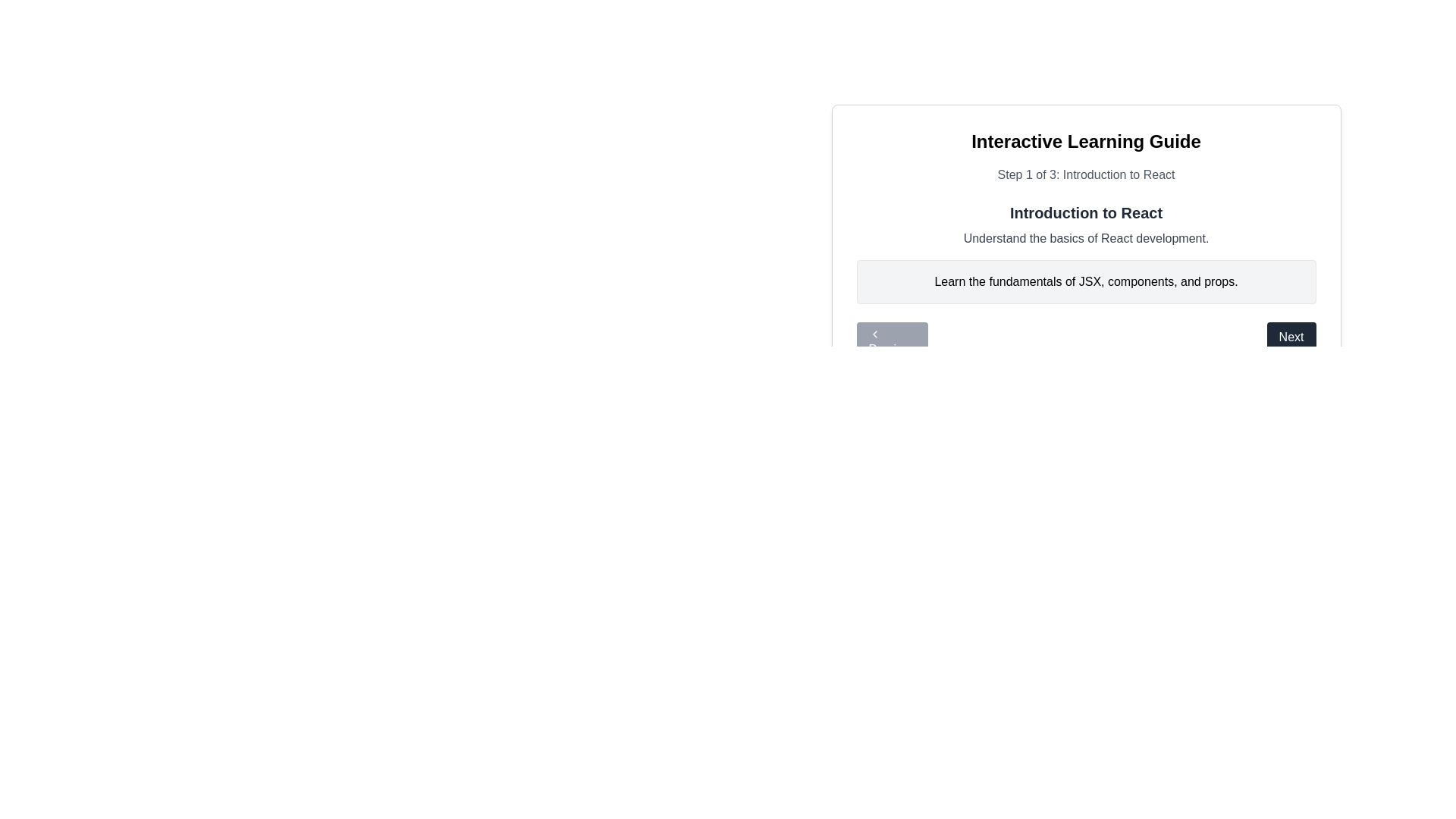 Image resolution: width=1456 pixels, height=819 pixels. I want to click on the header text that indicates the main title for the section, located at the top of the central card-like interface, so click(1085, 141).